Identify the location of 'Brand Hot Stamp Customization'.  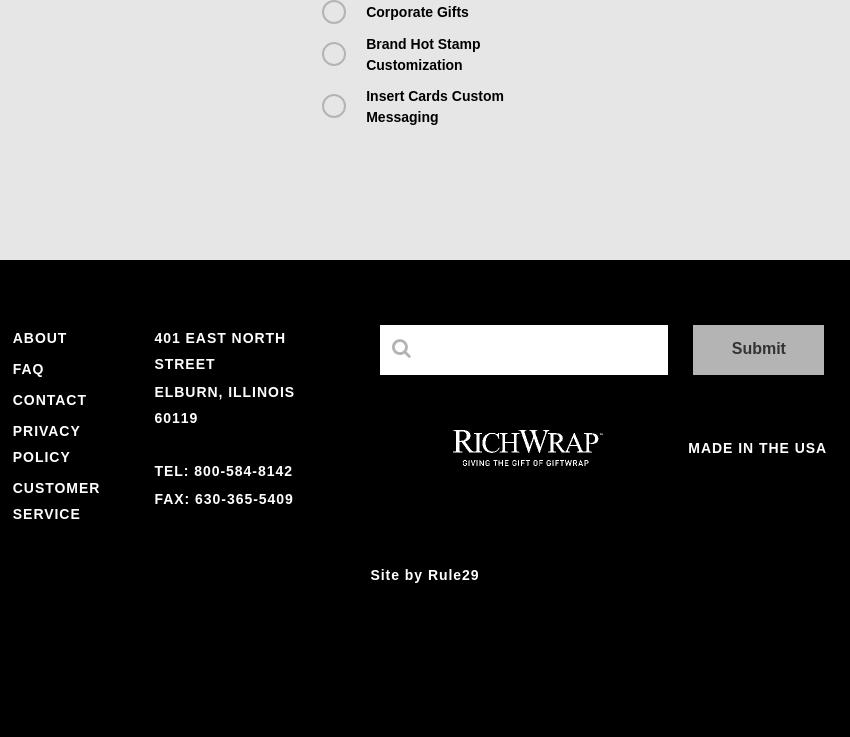
(422, 53).